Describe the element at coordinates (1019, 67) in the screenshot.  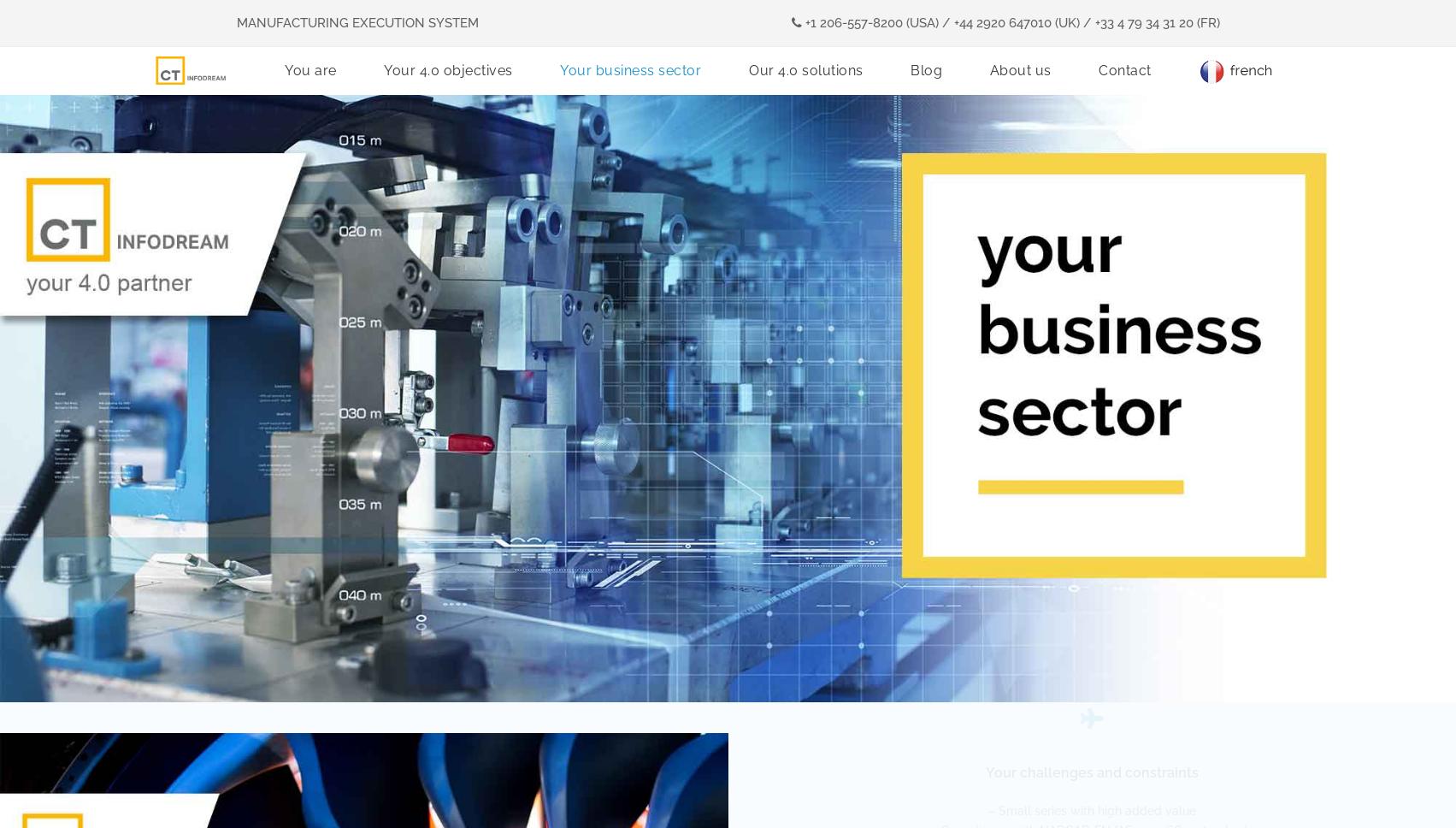
I see `'About us'` at that location.